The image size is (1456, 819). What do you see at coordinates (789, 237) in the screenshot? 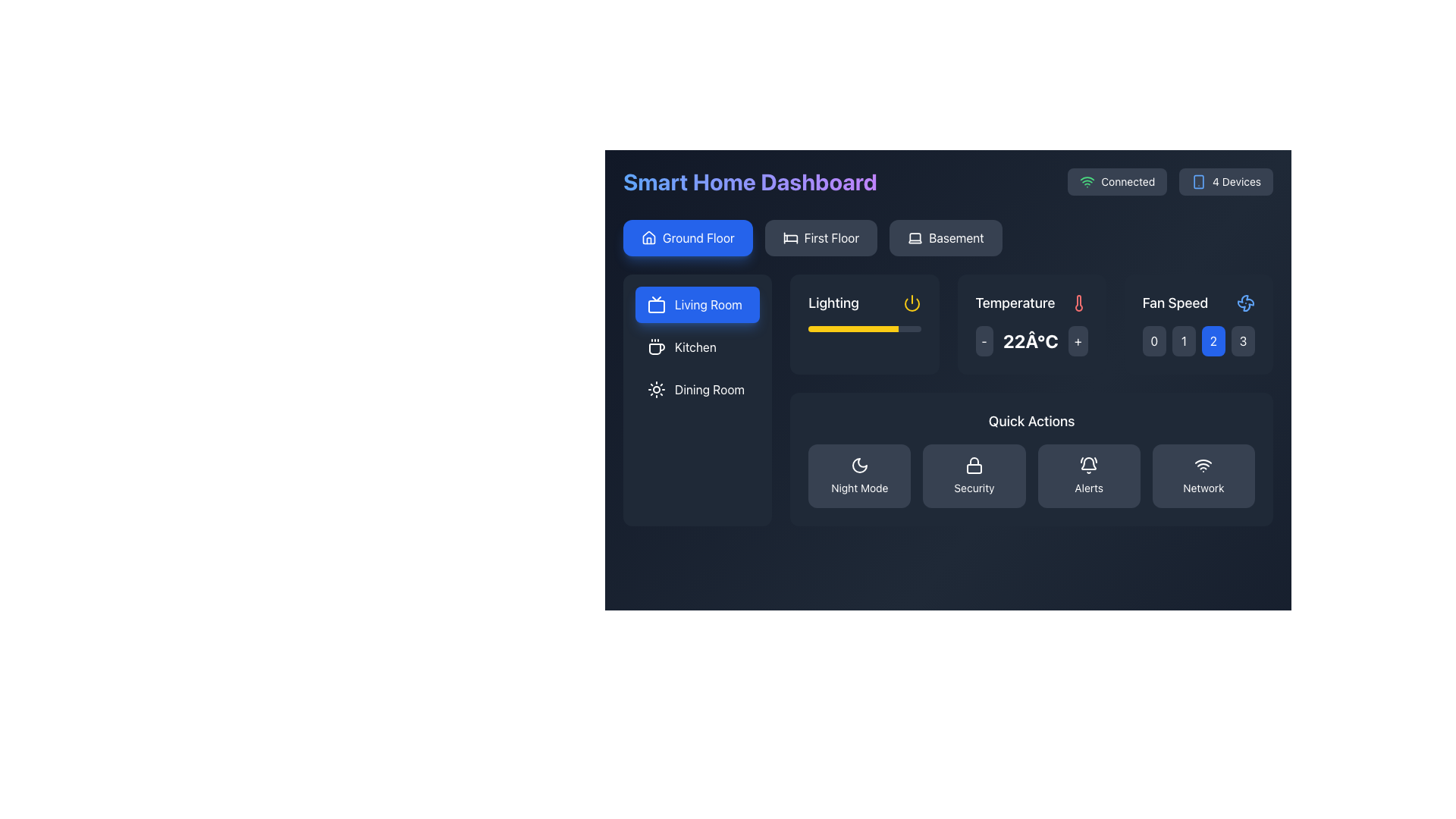
I see `the bed icon representing the 'First Floor' section` at bounding box center [789, 237].